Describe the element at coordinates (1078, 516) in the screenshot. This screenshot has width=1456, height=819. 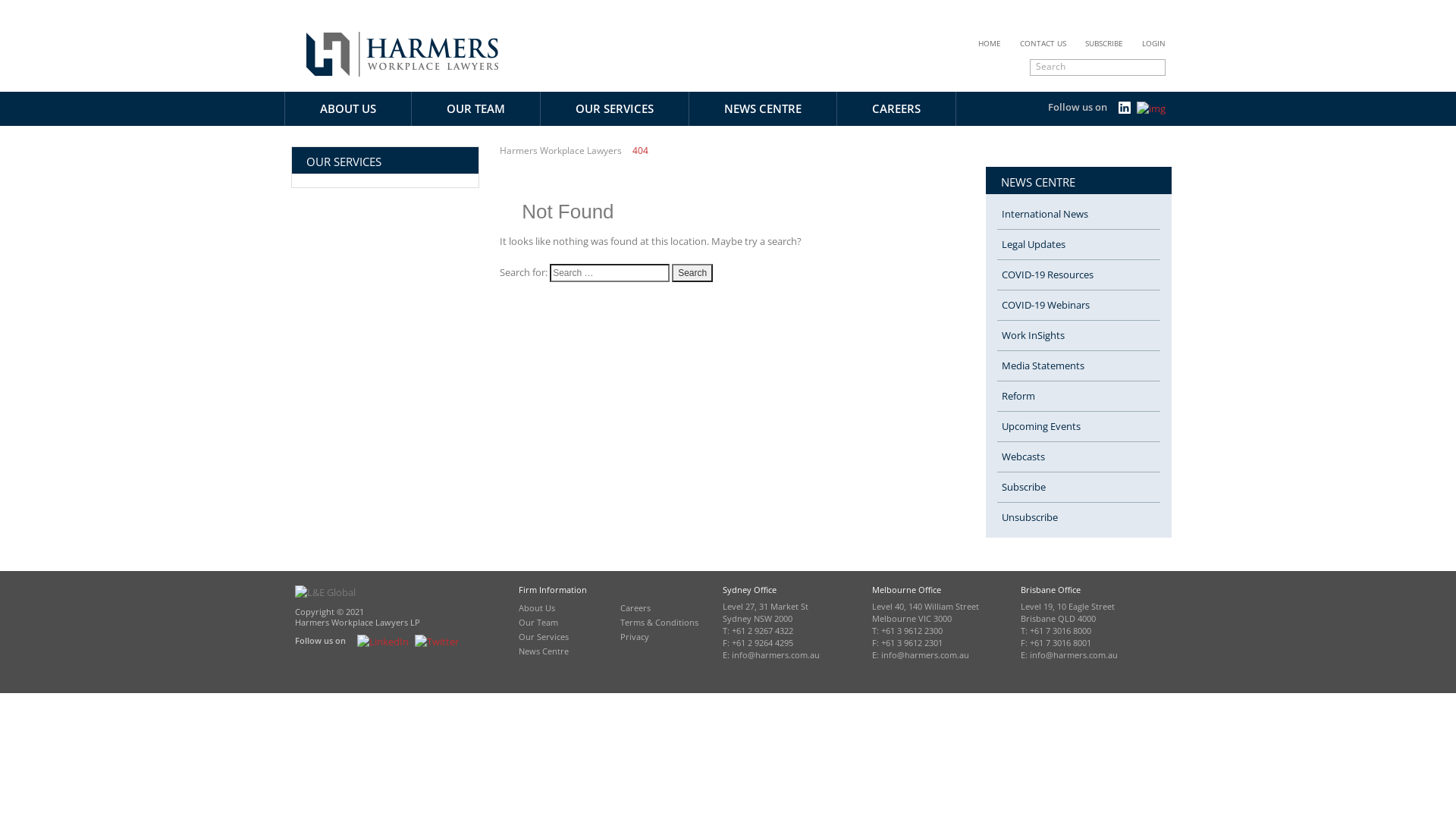
I see `'Unsubscribe'` at that location.